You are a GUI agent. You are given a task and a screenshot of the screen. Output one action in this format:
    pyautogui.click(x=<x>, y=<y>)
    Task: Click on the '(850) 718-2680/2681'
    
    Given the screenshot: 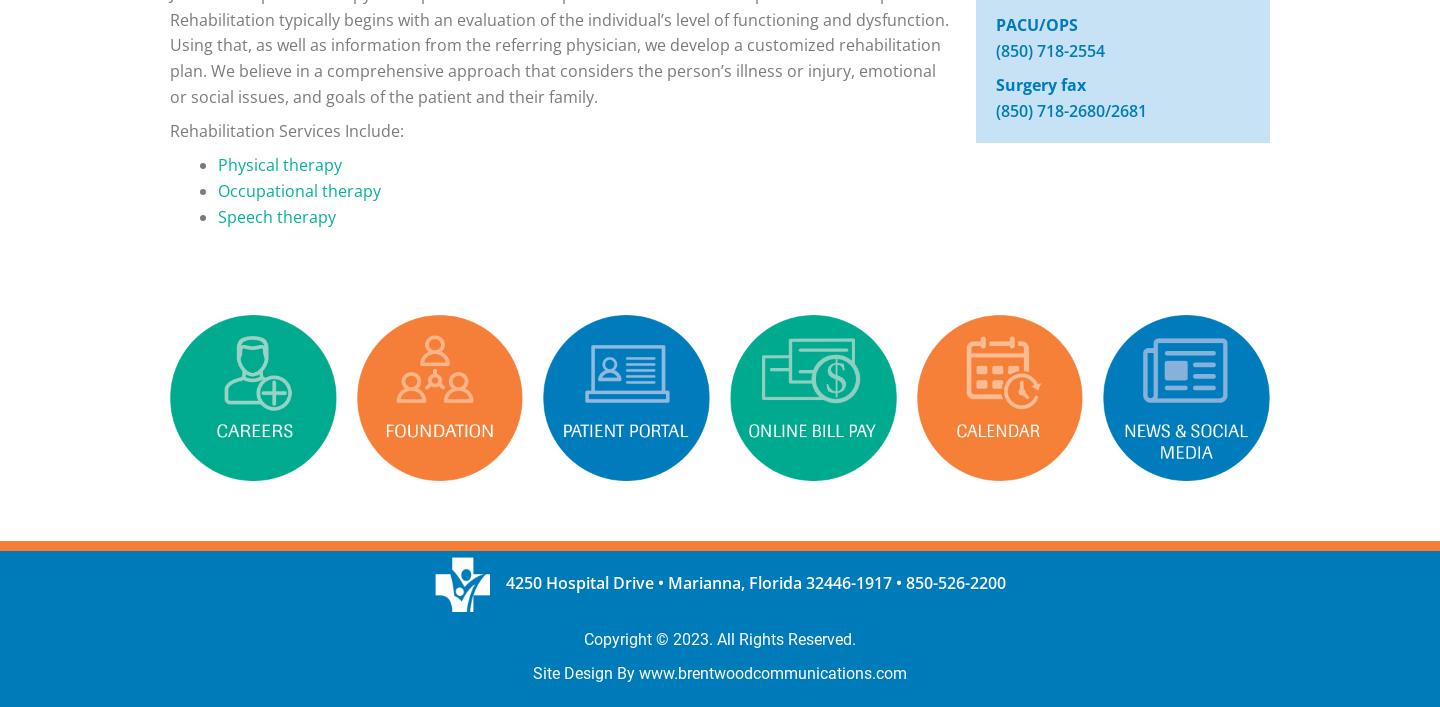 What is the action you would take?
    pyautogui.click(x=1070, y=109)
    